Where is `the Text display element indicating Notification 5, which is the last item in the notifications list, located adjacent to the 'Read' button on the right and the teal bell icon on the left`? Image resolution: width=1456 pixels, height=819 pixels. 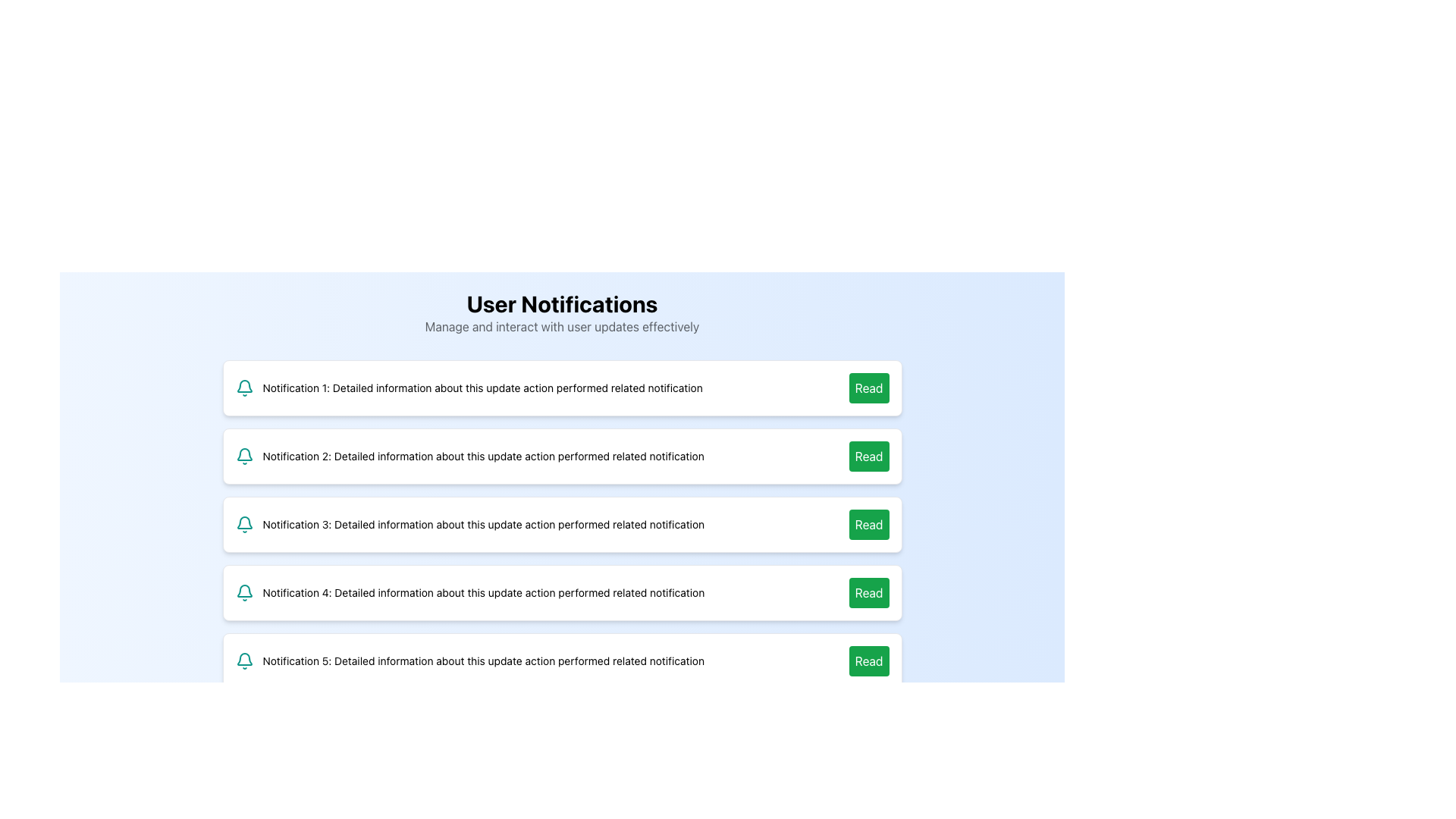
the Text display element indicating Notification 5, which is the last item in the notifications list, located adjacent to the 'Read' button on the right and the teal bell icon on the left is located at coordinates (469, 660).